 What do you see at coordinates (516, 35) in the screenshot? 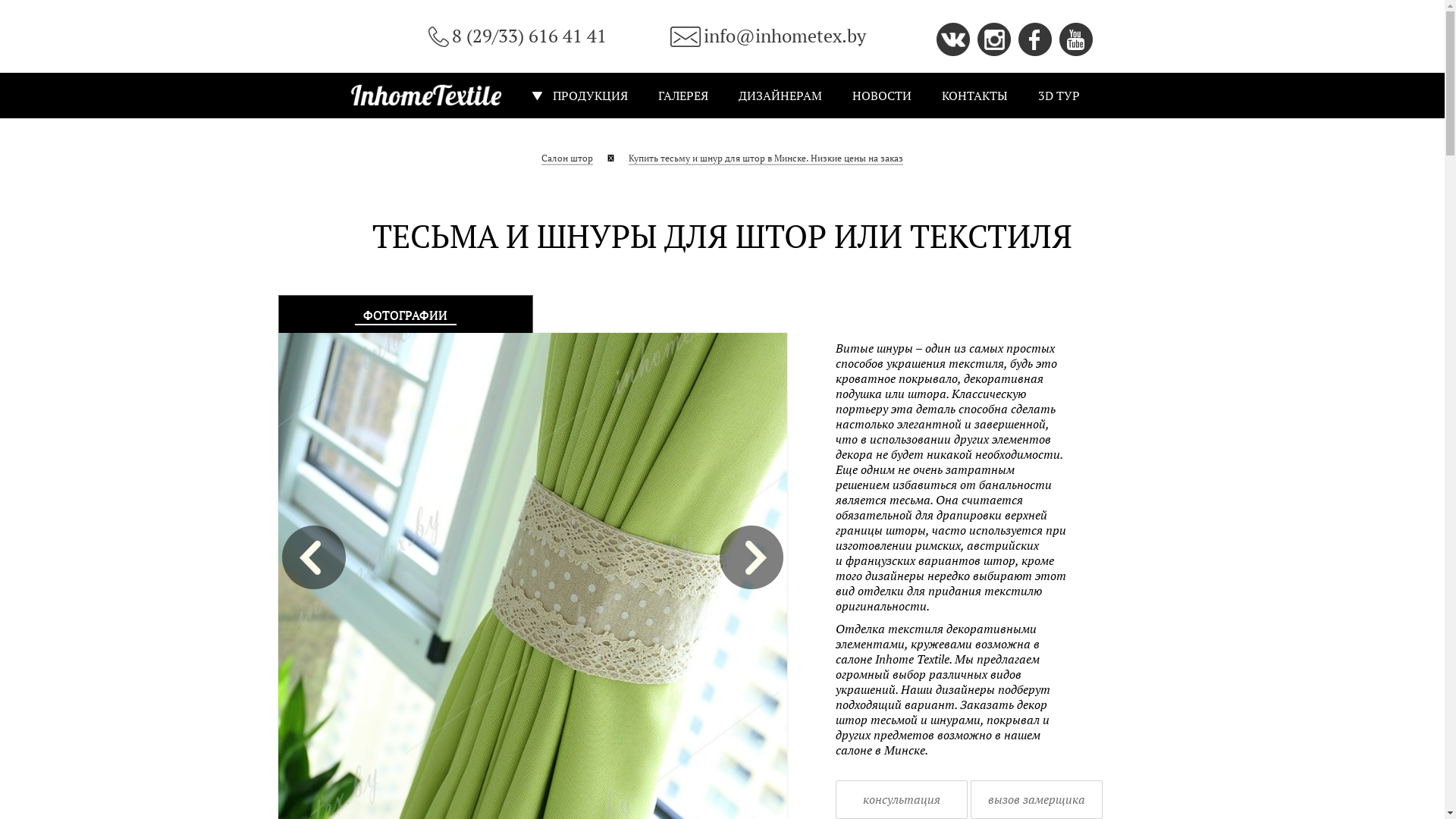
I see `'8 (29/33) 616 41 41'` at bounding box center [516, 35].